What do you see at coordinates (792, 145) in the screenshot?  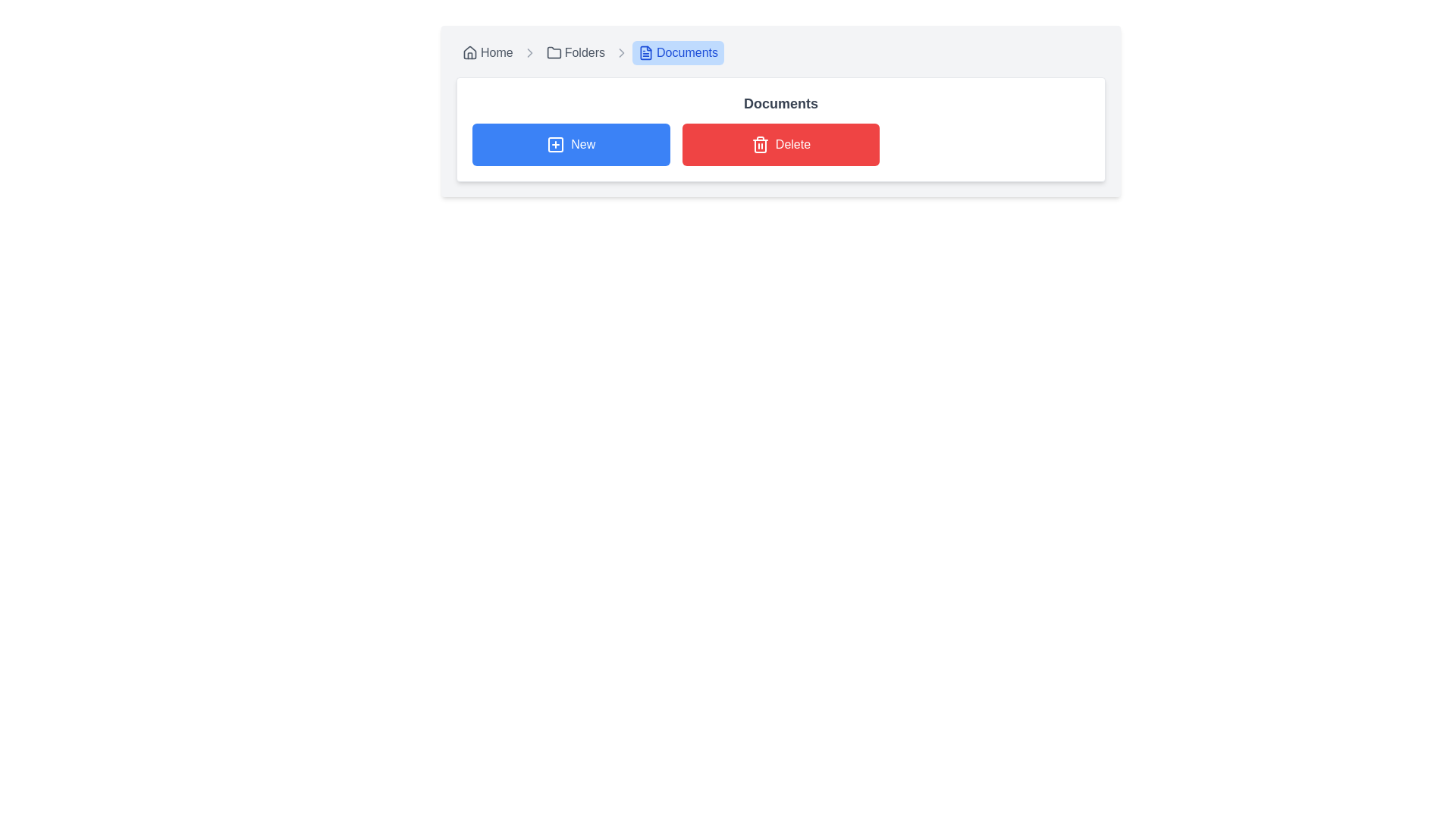 I see `the 'Delete' text label adjacent to the trash icon on the delete button` at bounding box center [792, 145].